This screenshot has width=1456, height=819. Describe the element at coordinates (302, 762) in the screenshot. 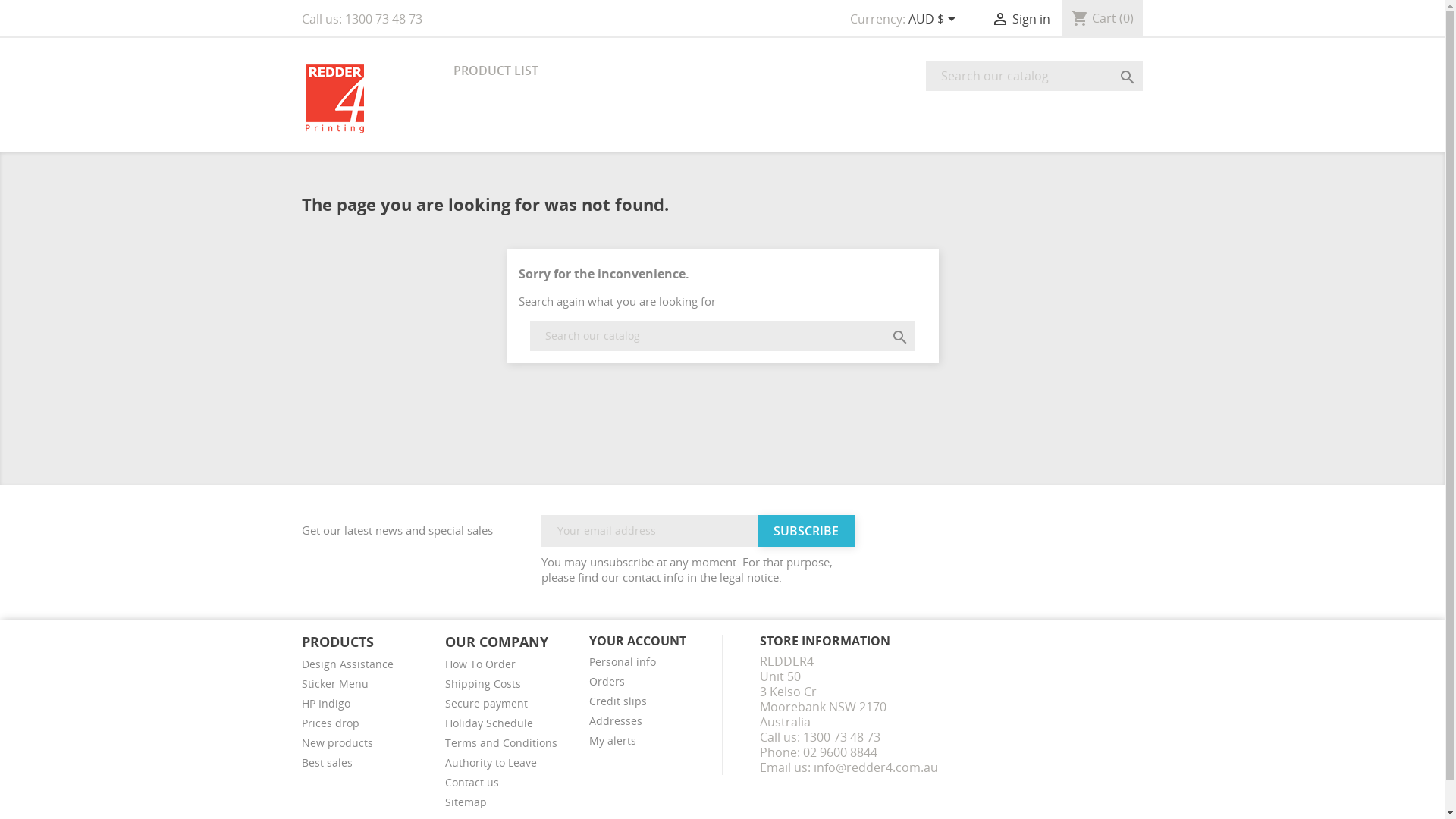

I see `'Best sales'` at that location.